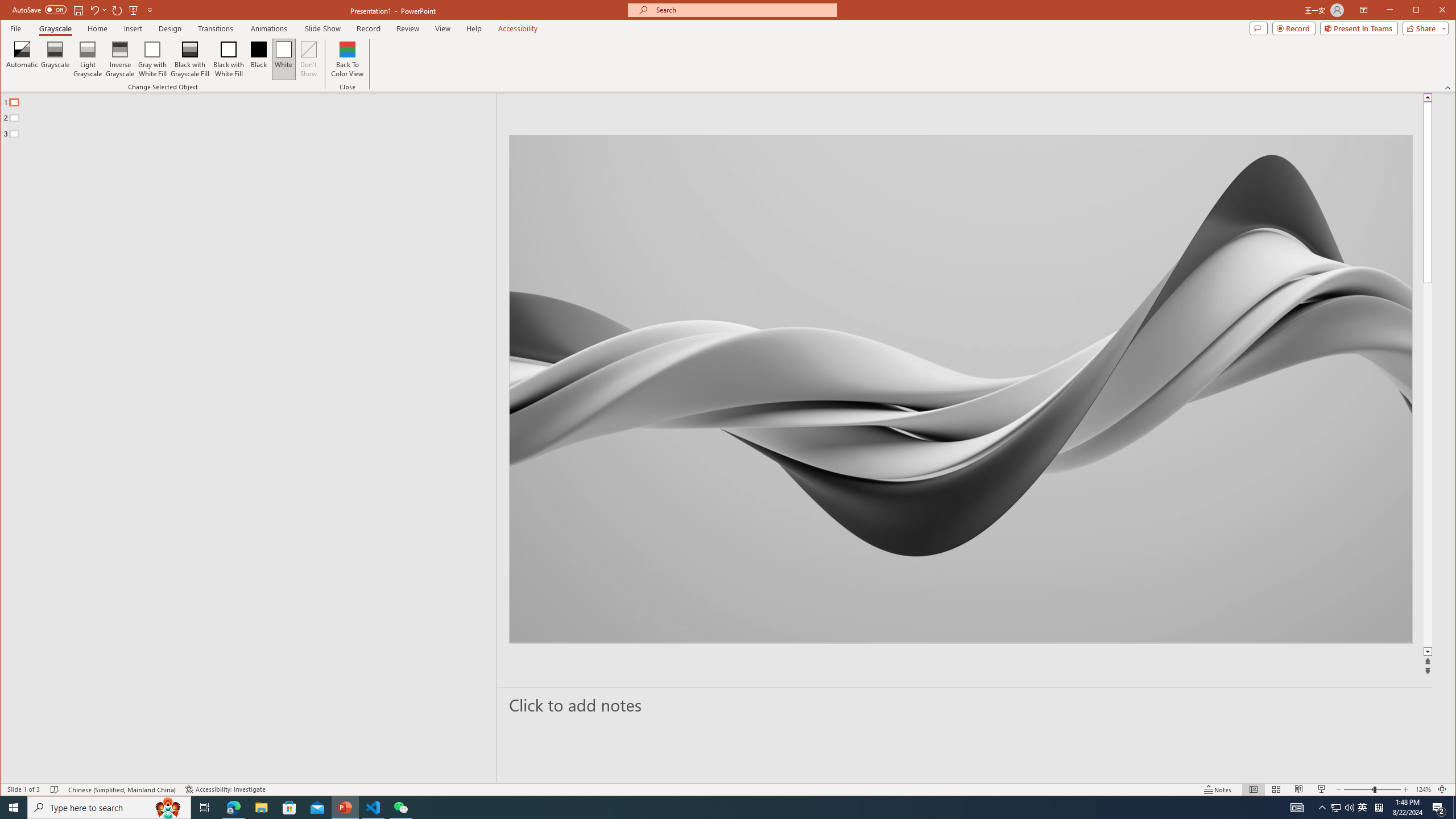 This screenshot has height=819, width=1456. Describe the element at coordinates (233, 806) in the screenshot. I see `'Microsoft Edge - 1 running window'` at that location.